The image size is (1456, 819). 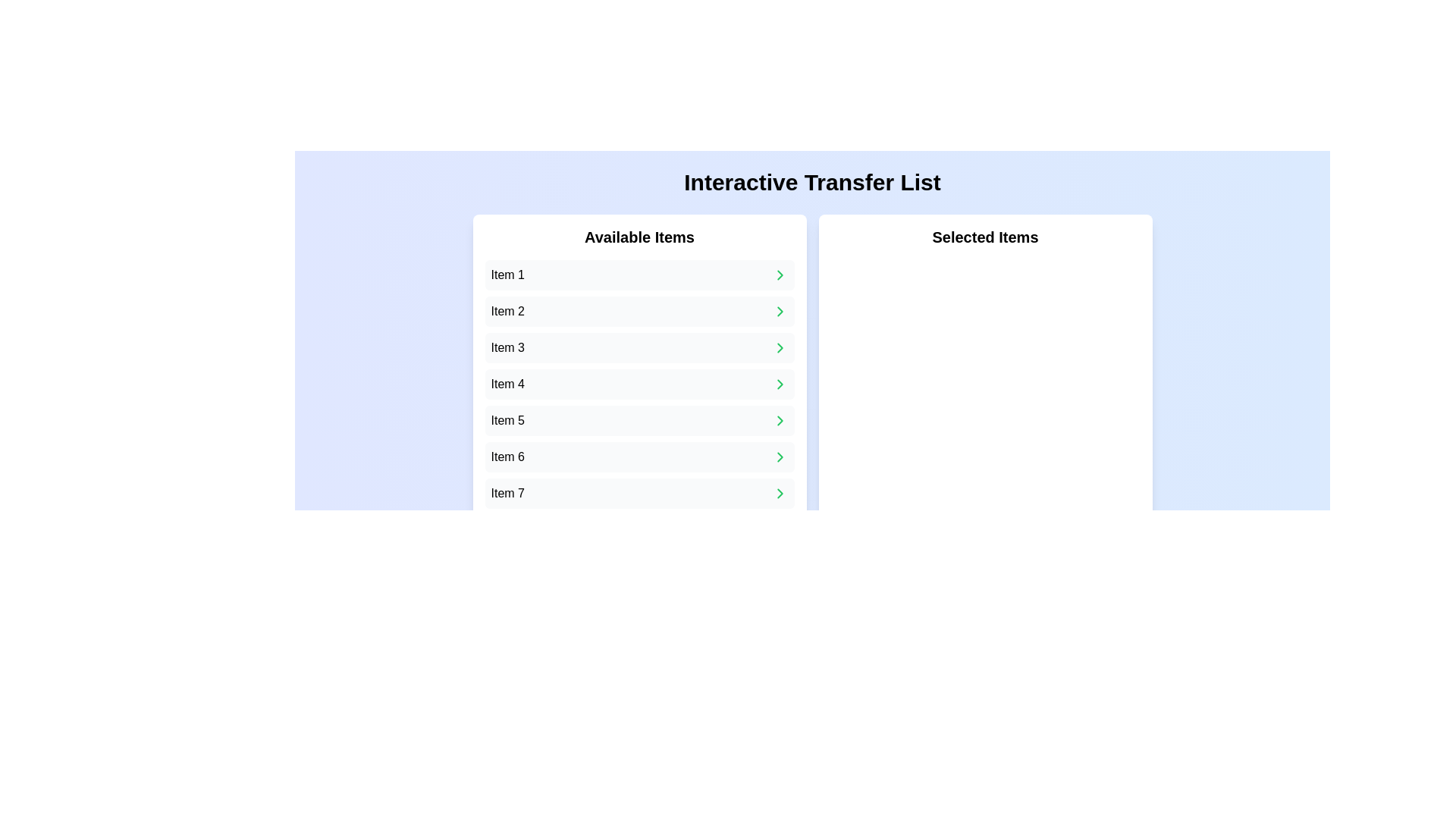 What do you see at coordinates (780, 456) in the screenshot?
I see `the interactive icon located at the far right of the 'Item 6' row in the 'Available Items' list` at bounding box center [780, 456].